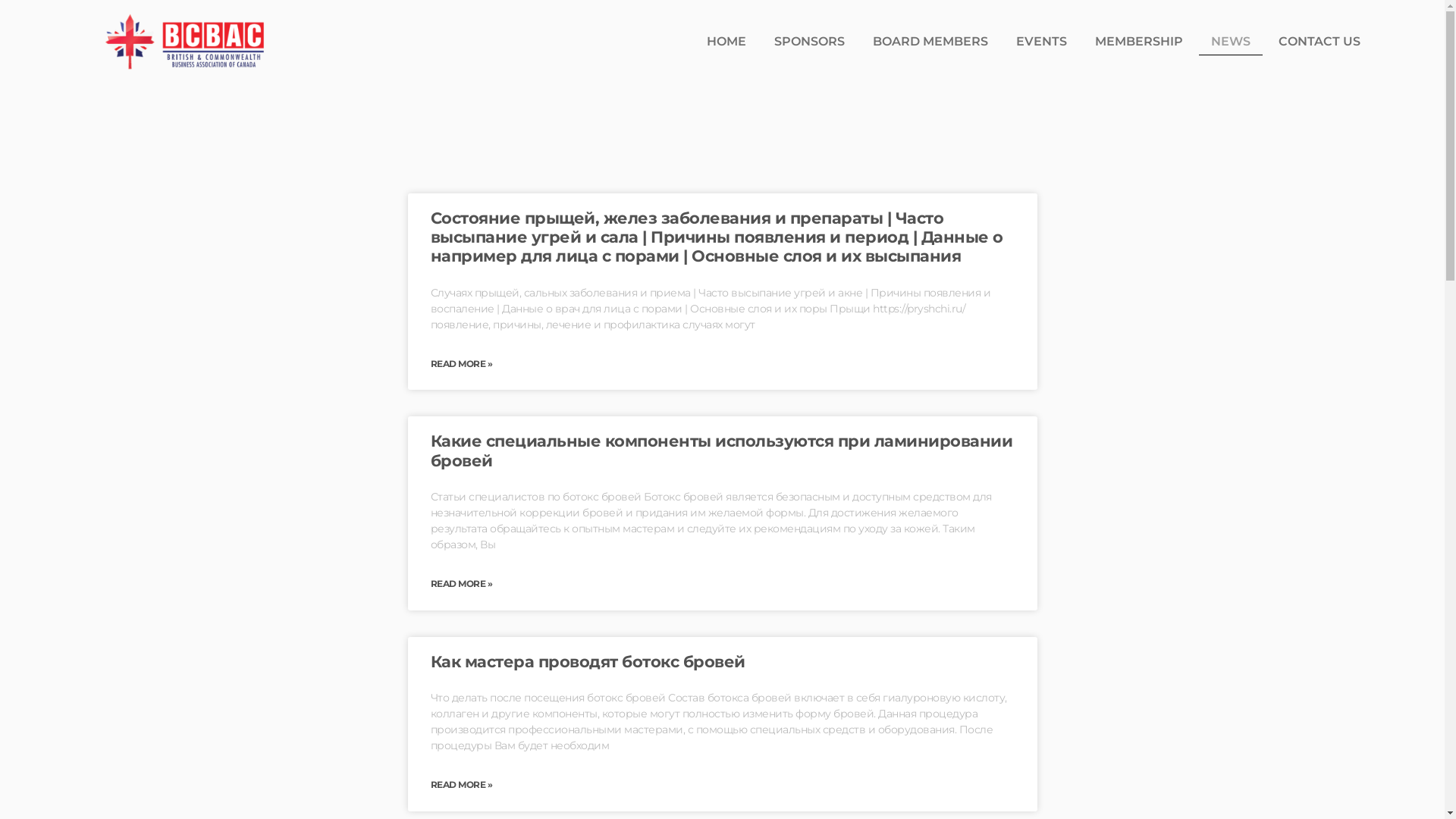 This screenshot has height=819, width=1456. Describe the element at coordinates (1318, 40) in the screenshot. I see `'CONTACT US'` at that location.